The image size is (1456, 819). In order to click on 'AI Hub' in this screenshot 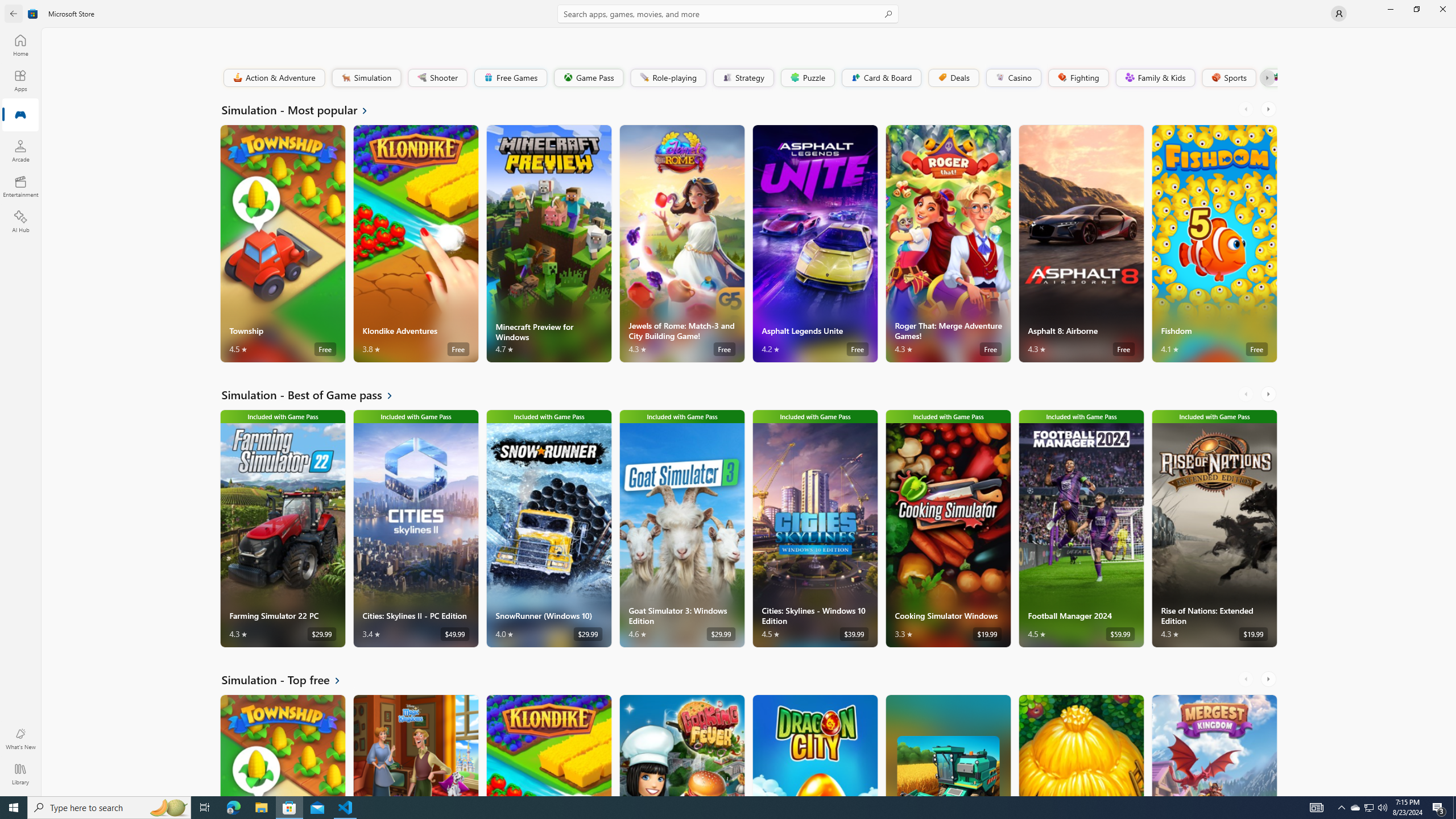, I will do `click(19, 221)`.